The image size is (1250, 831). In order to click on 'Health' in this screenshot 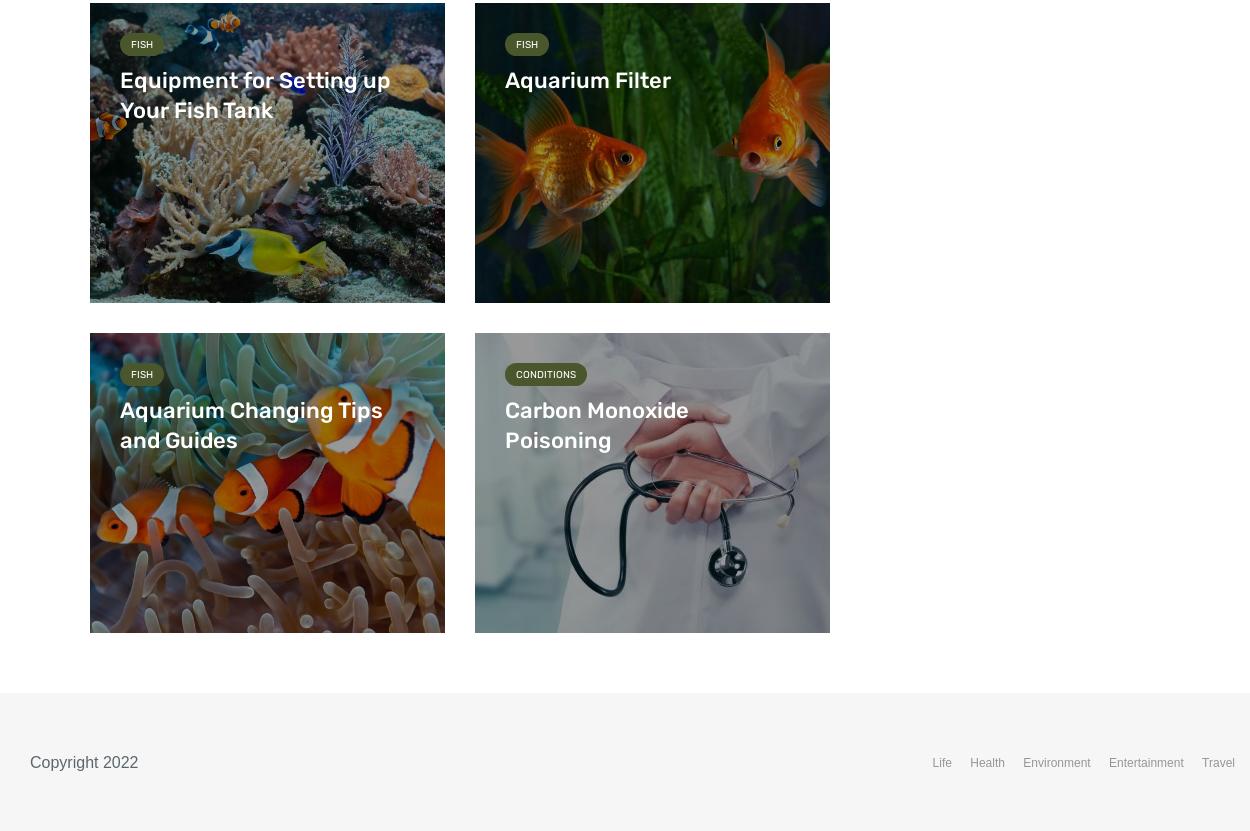, I will do `click(986, 763)`.